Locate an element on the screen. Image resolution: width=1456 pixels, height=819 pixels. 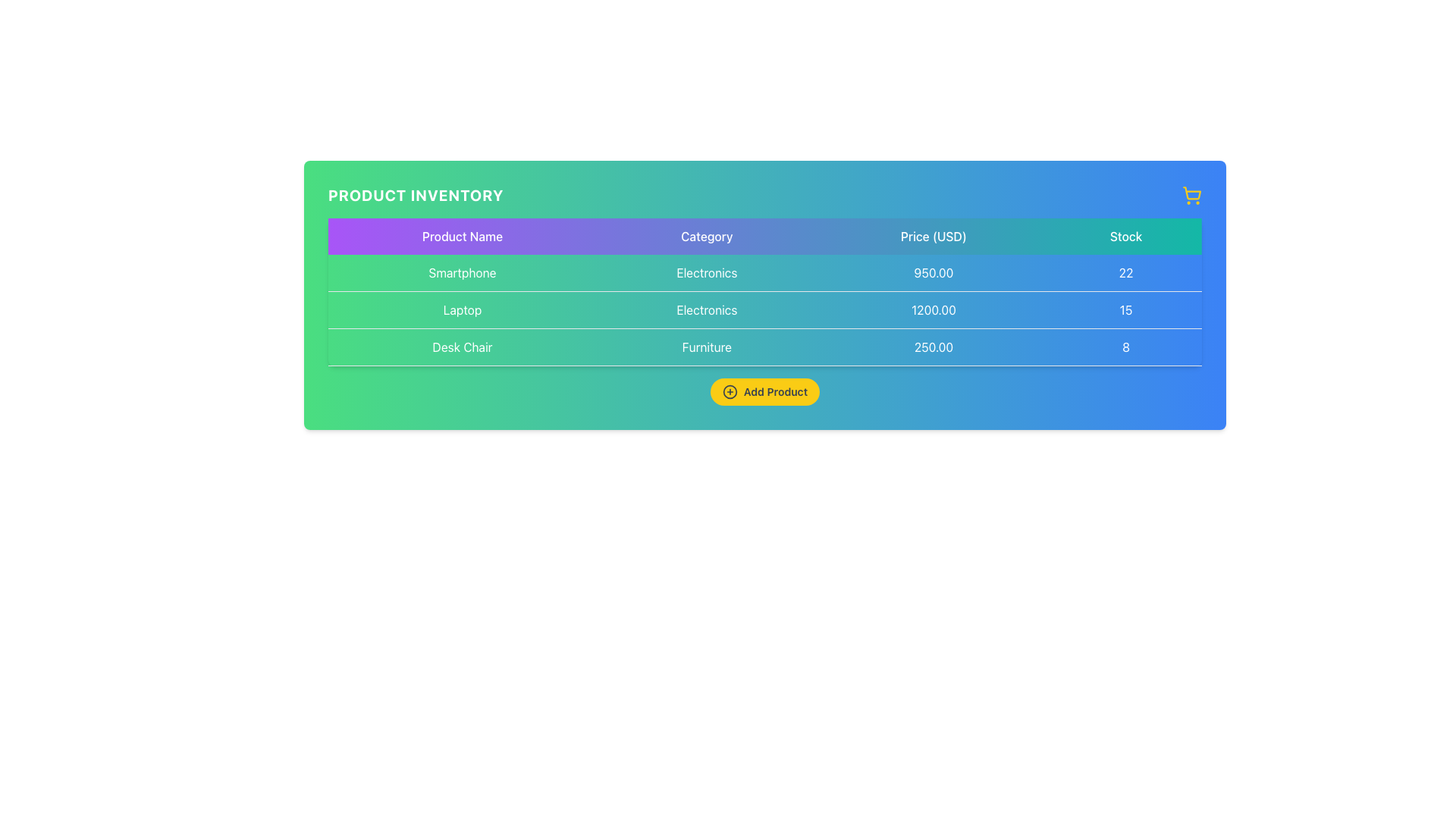
the non-interactive Text display cell that shows the inventory stock quantity for a product in the fourth column of the third row of the table labeled 'Stock' is located at coordinates (1126, 347).